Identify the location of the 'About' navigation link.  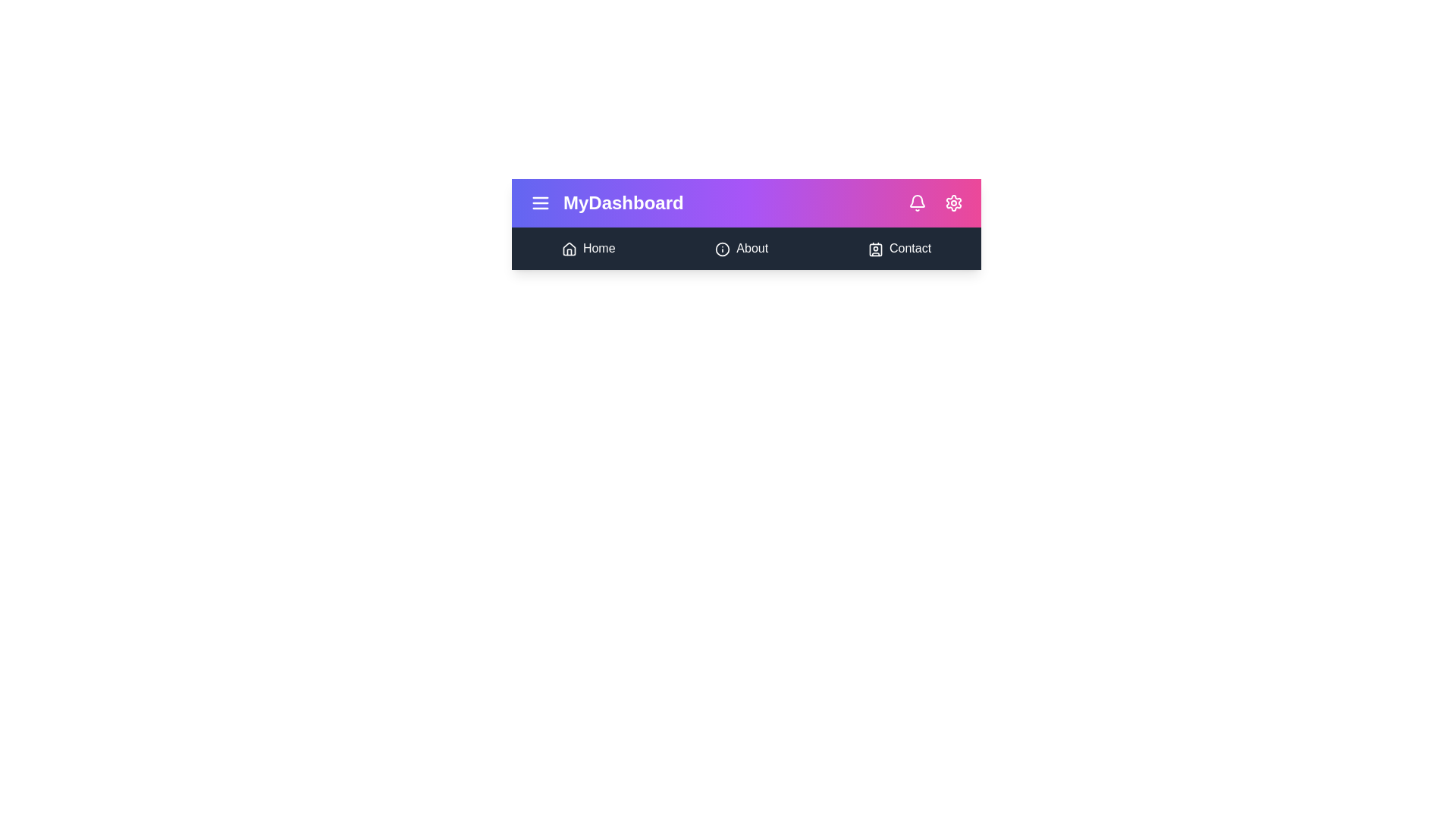
(742, 247).